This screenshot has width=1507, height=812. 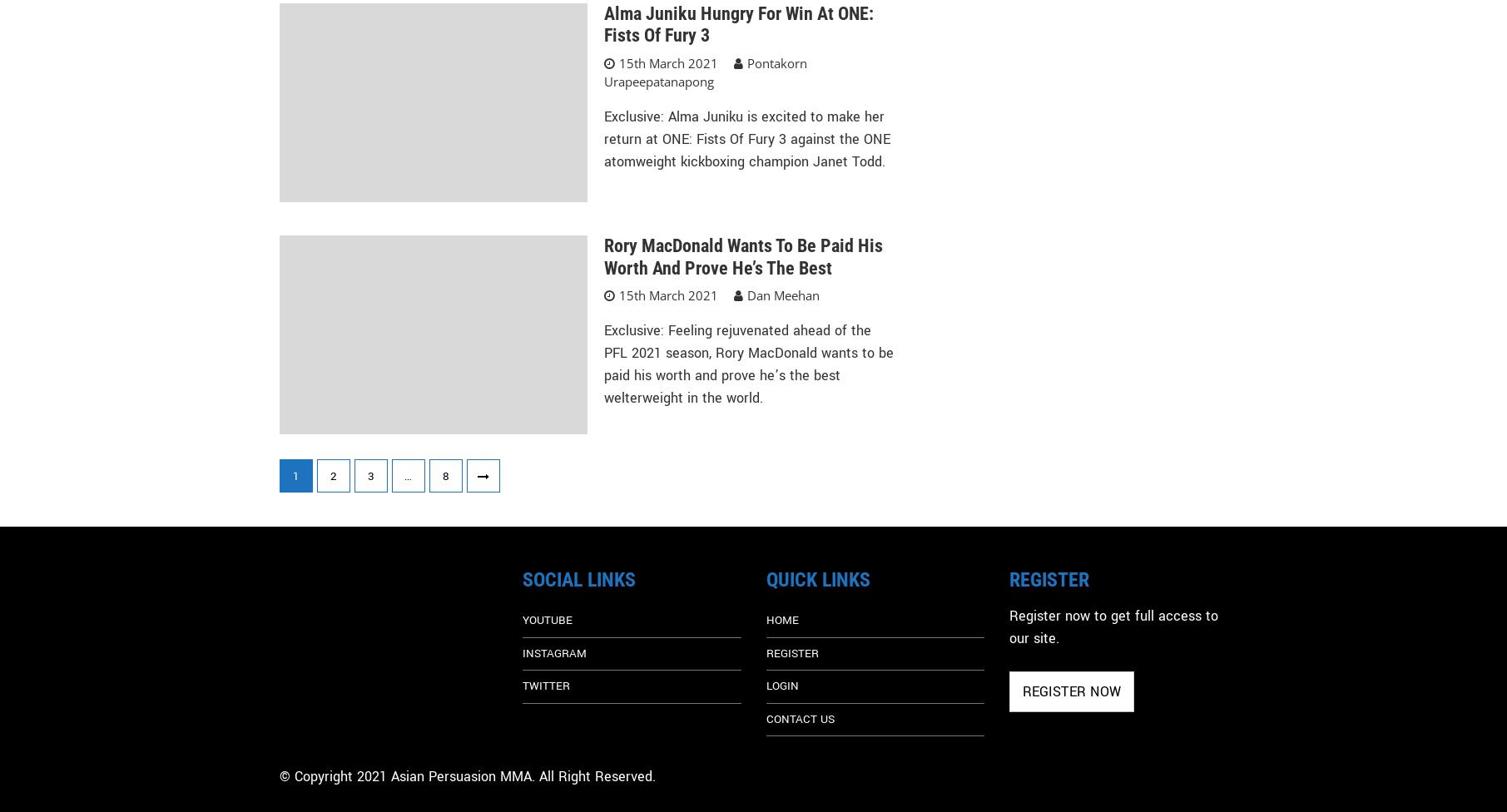 What do you see at coordinates (705, 72) in the screenshot?
I see `'Pontakorn Urapeepatanapong'` at bounding box center [705, 72].